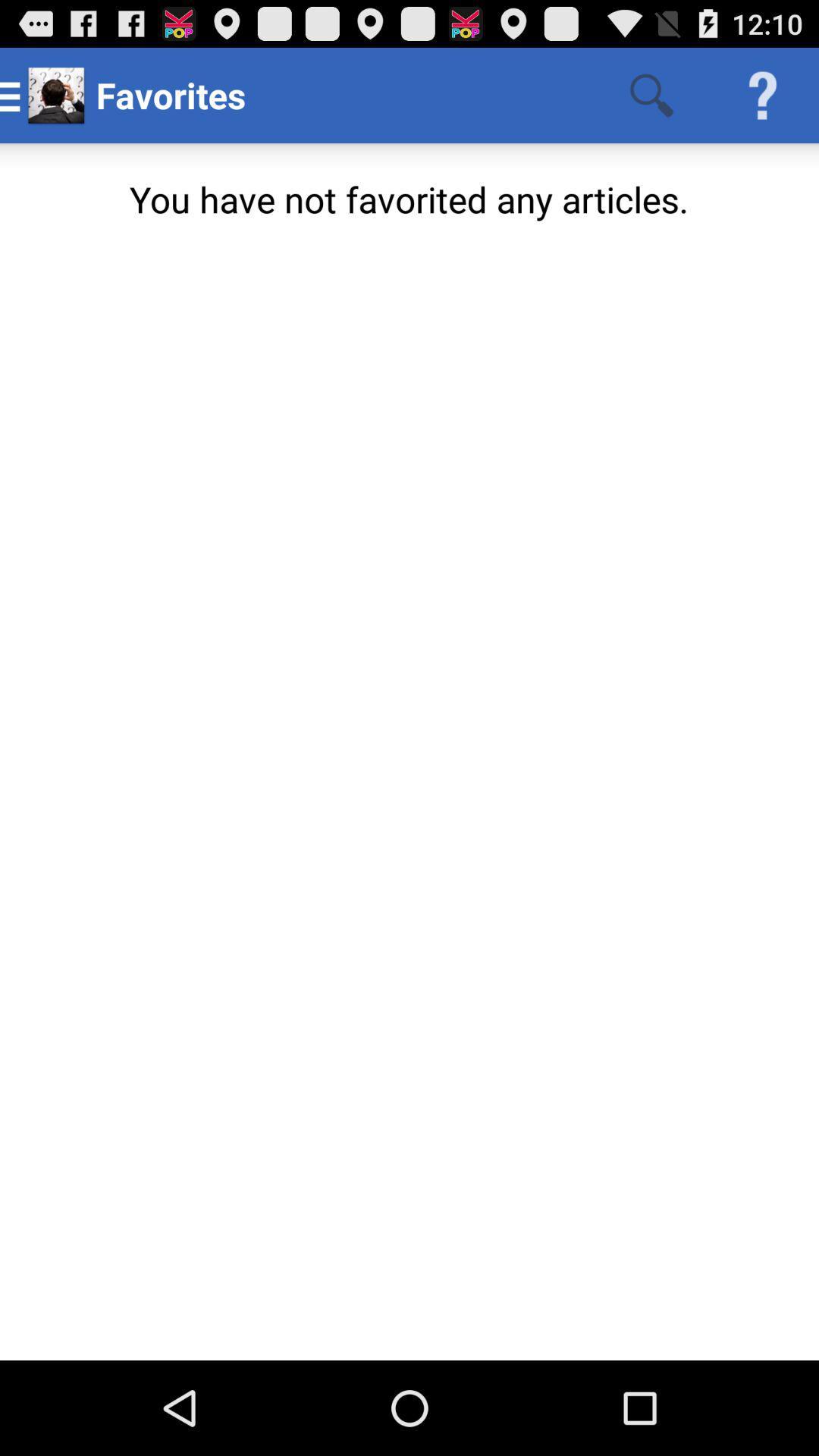 This screenshot has height=1456, width=819. I want to click on item next to the favorites icon, so click(651, 94).